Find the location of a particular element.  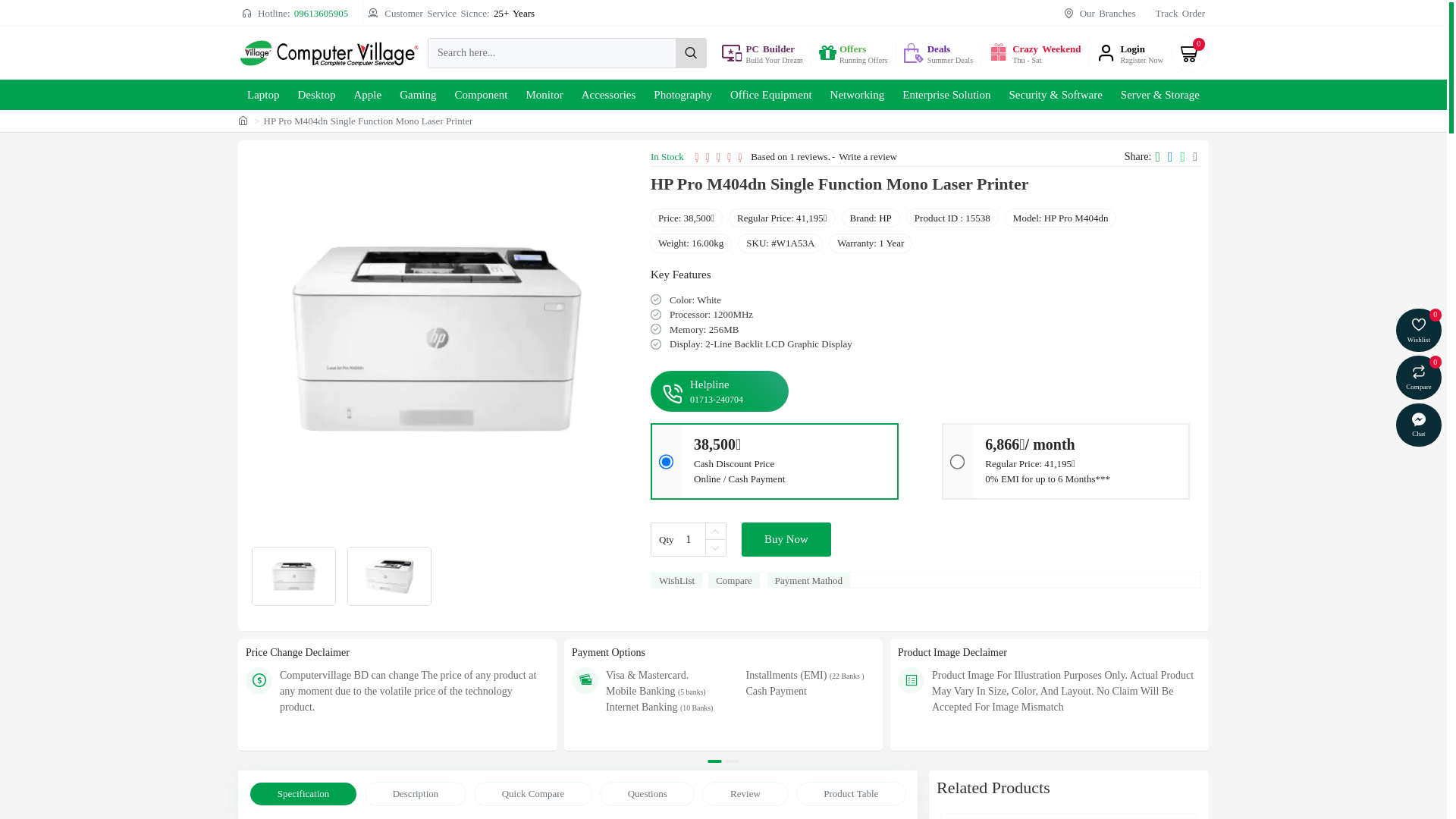

'Computer Village' is located at coordinates (237, 52).